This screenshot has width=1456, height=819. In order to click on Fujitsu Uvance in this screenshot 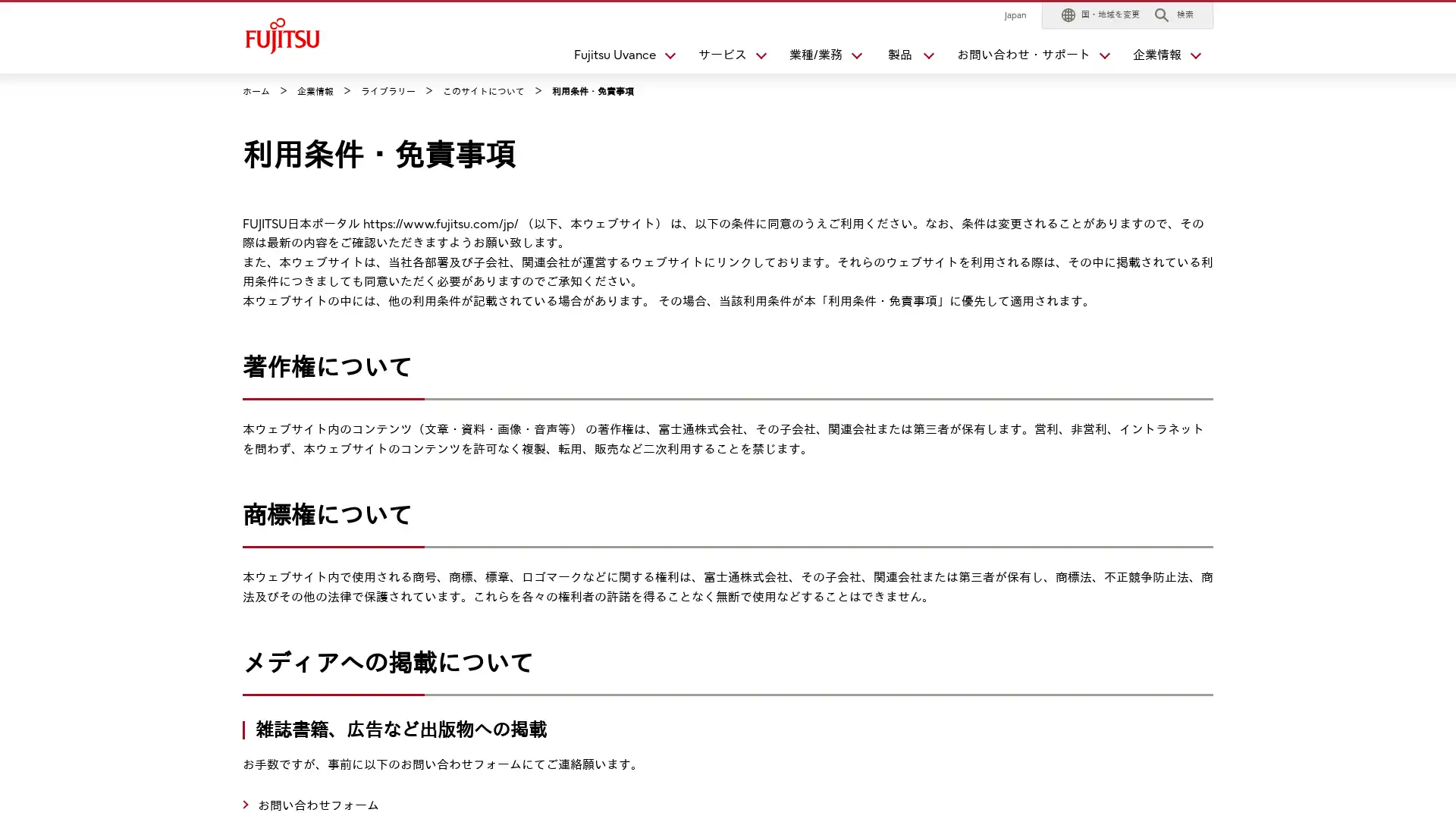, I will do `click(618, 58)`.